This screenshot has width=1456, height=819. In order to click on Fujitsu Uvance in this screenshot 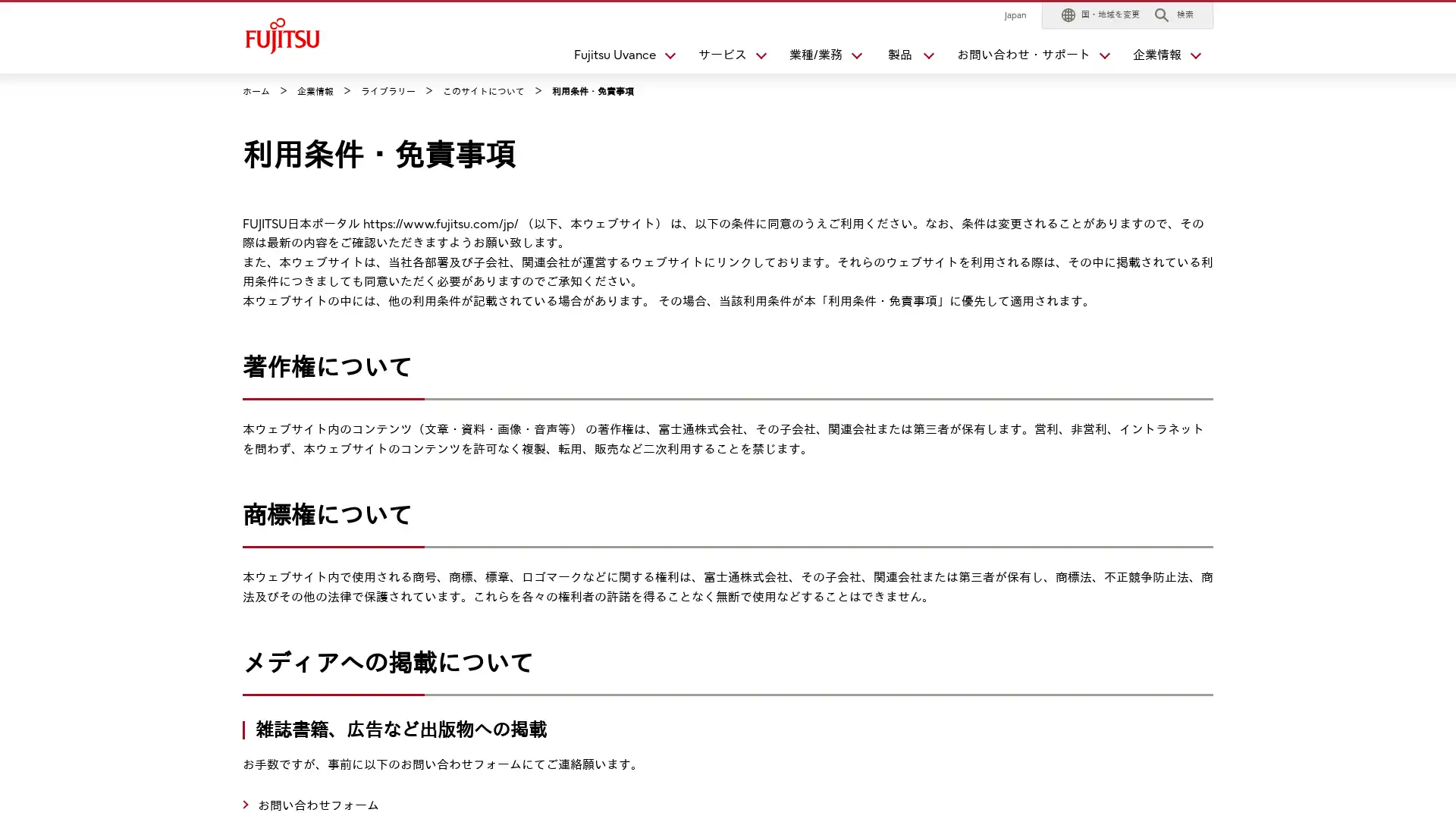, I will do `click(618, 58)`.